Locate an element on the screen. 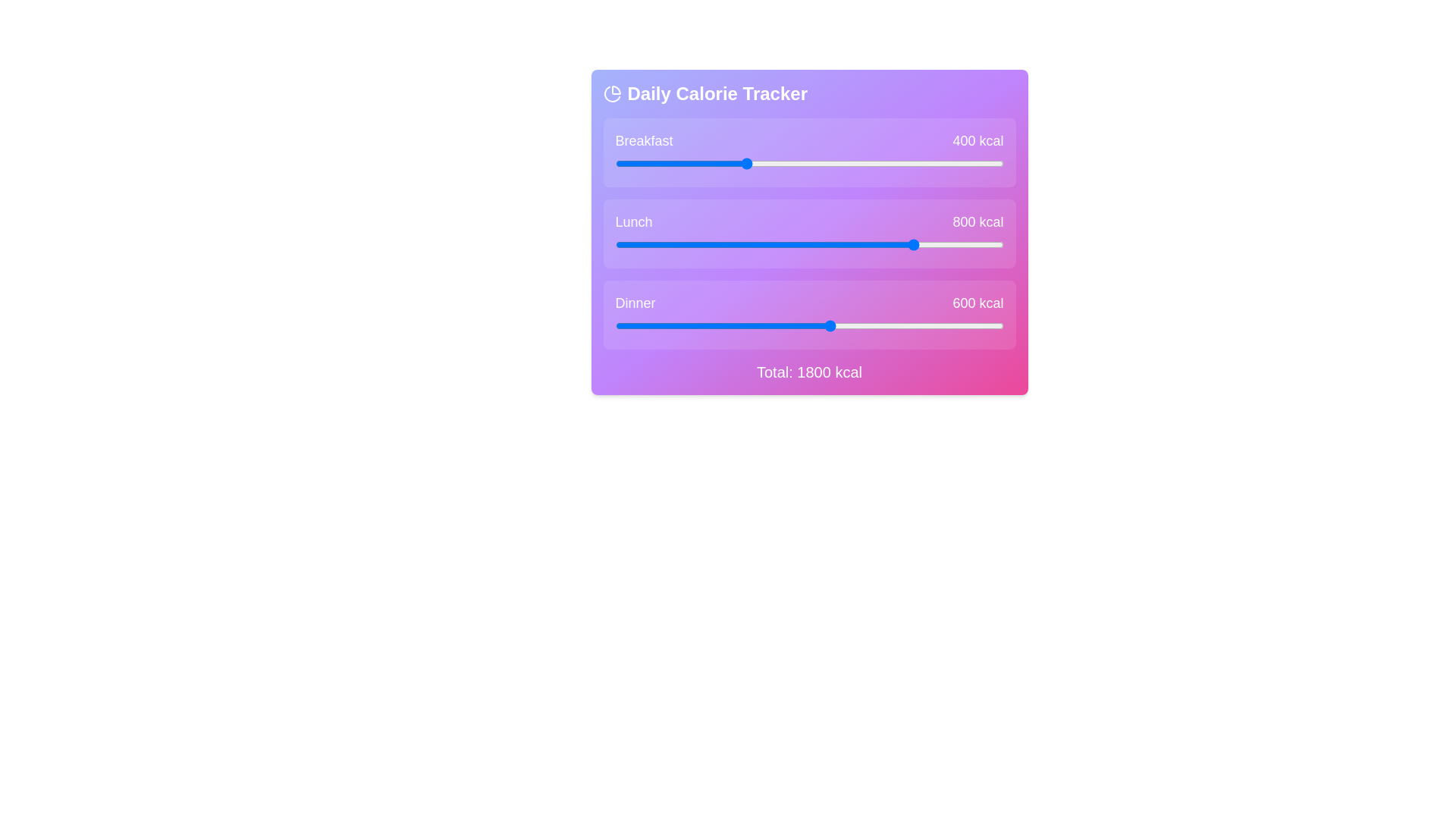 The height and width of the screenshot is (819, 1456). the breakfast calorie value is located at coordinates (701, 164).